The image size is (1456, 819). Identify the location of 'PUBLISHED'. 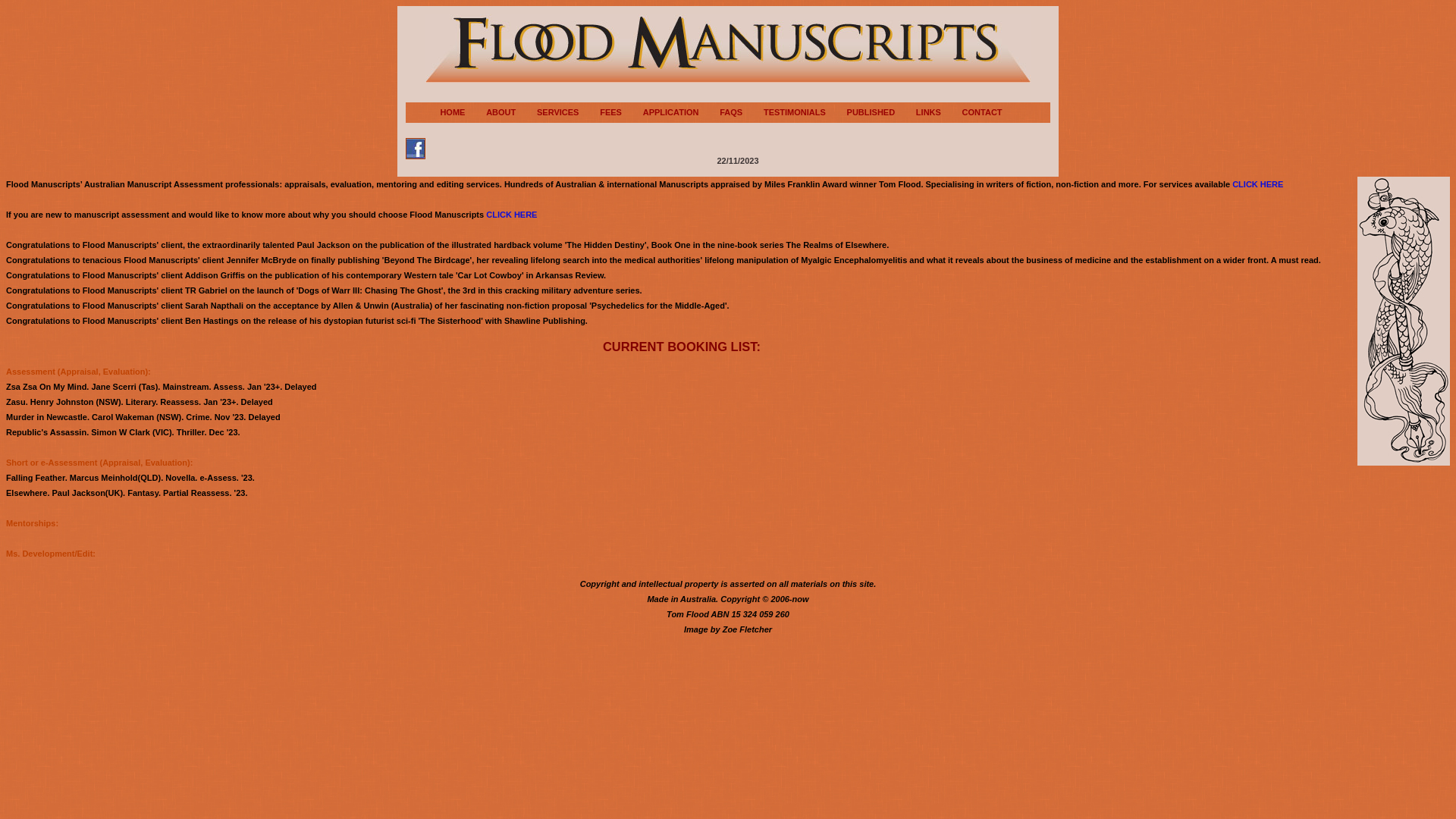
(880, 111).